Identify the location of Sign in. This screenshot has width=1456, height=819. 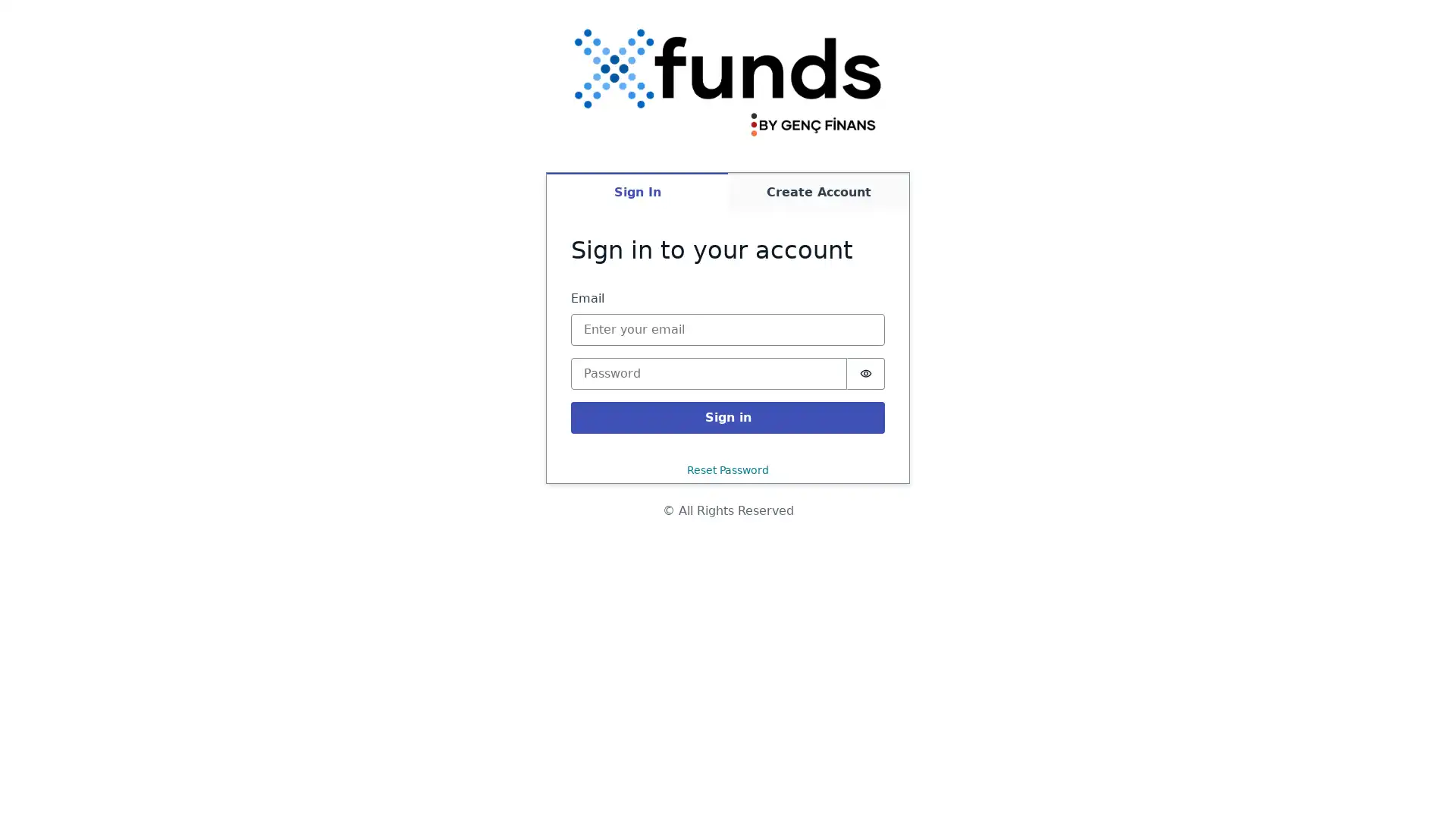
(728, 417).